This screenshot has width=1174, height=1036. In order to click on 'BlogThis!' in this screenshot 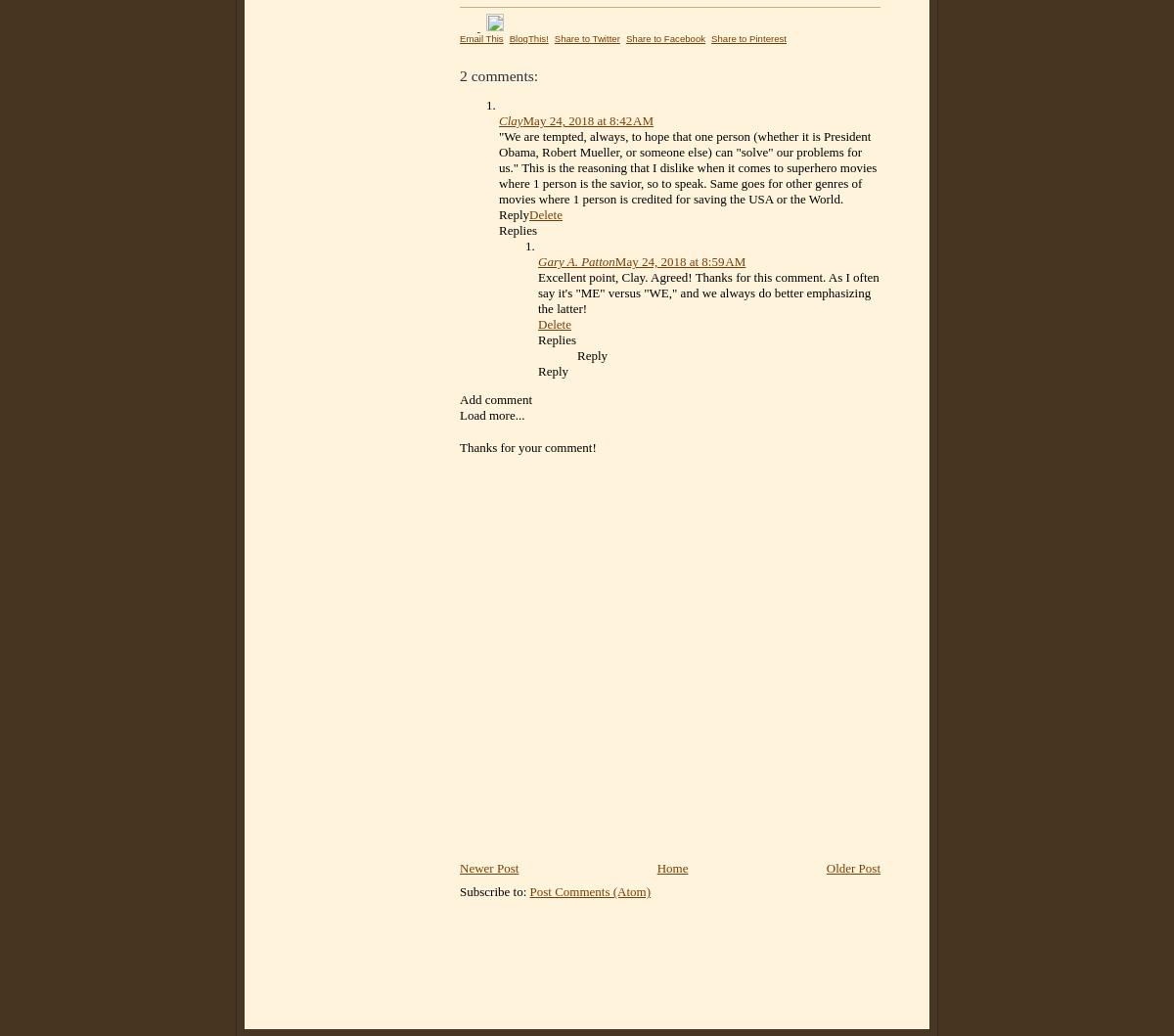, I will do `click(507, 38)`.